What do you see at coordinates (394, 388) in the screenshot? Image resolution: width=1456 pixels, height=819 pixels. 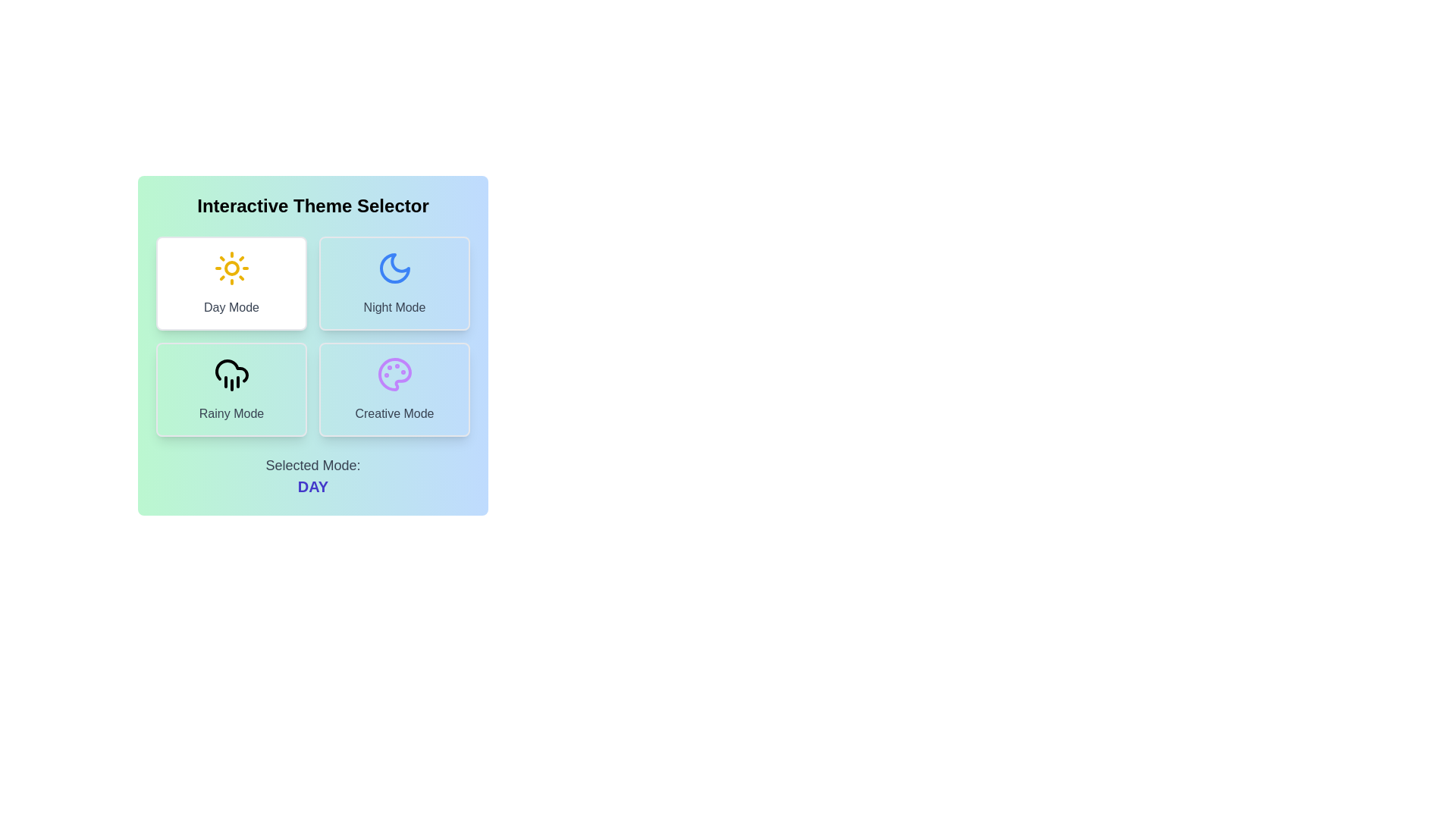 I see `the Creative Mode button to observe its hover effect` at bounding box center [394, 388].